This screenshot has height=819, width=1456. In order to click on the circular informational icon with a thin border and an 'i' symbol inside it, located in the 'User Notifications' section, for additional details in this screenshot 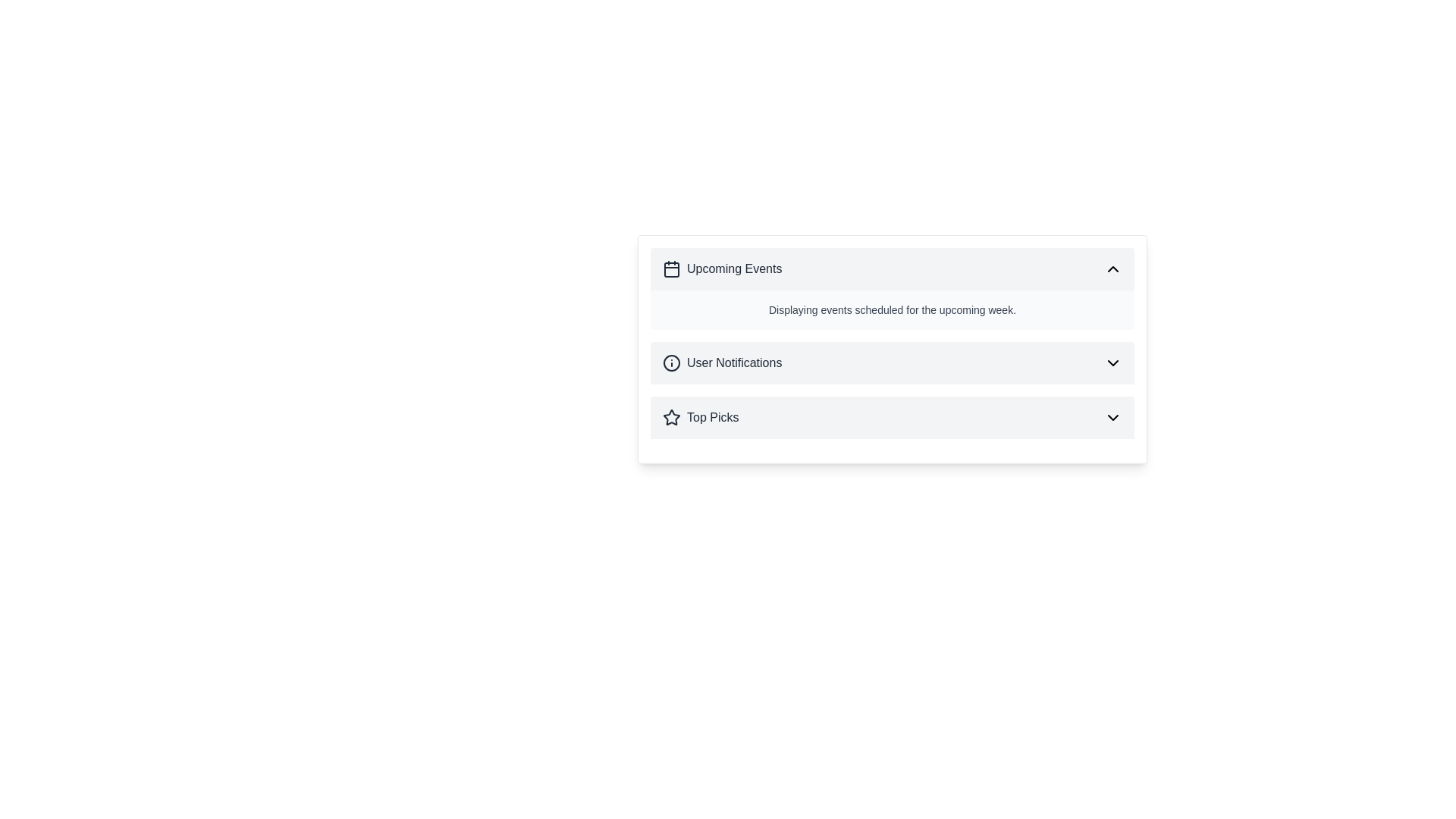, I will do `click(671, 362)`.